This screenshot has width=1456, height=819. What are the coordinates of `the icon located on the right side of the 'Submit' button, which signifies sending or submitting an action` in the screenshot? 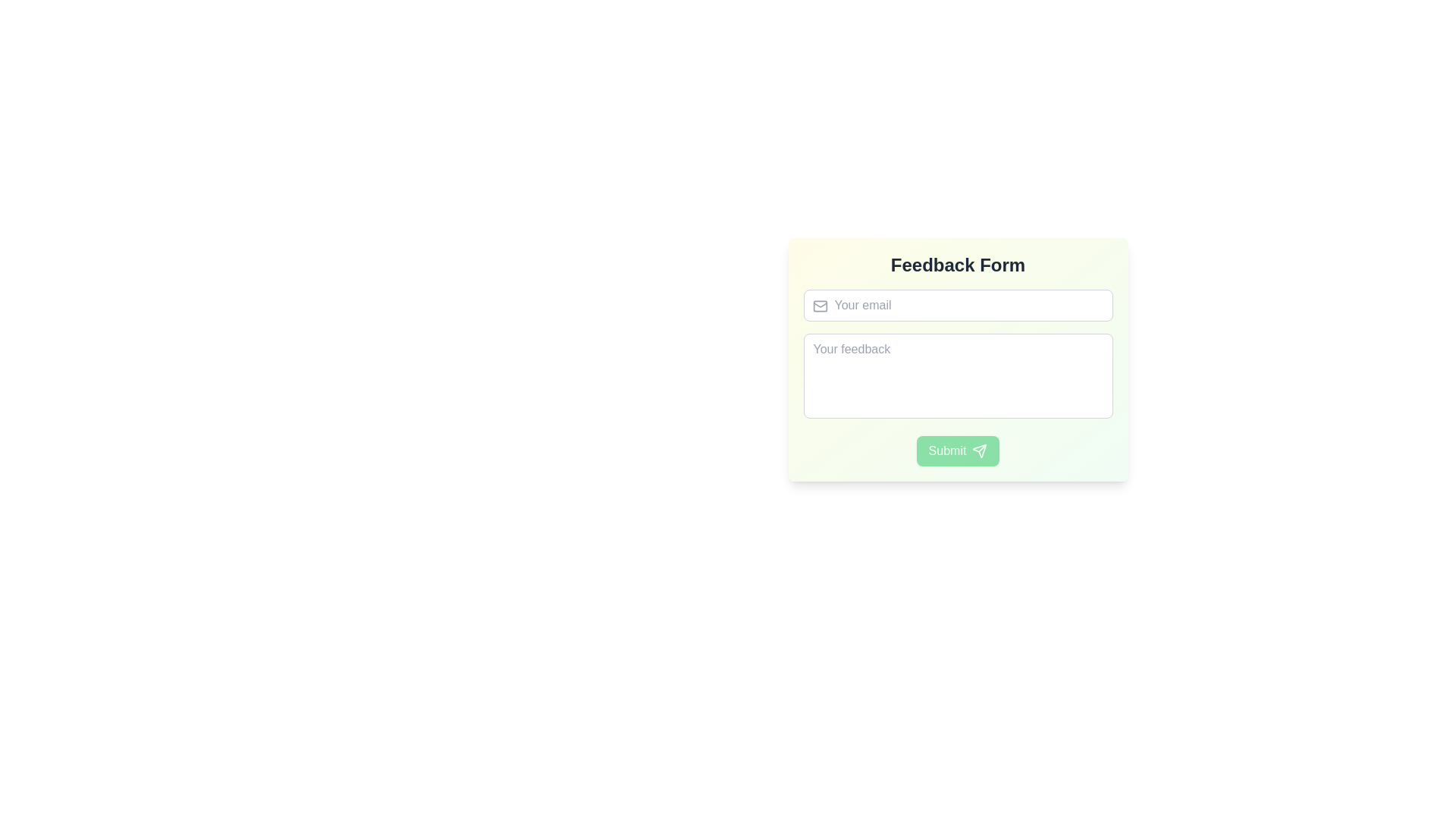 It's located at (980, 450).